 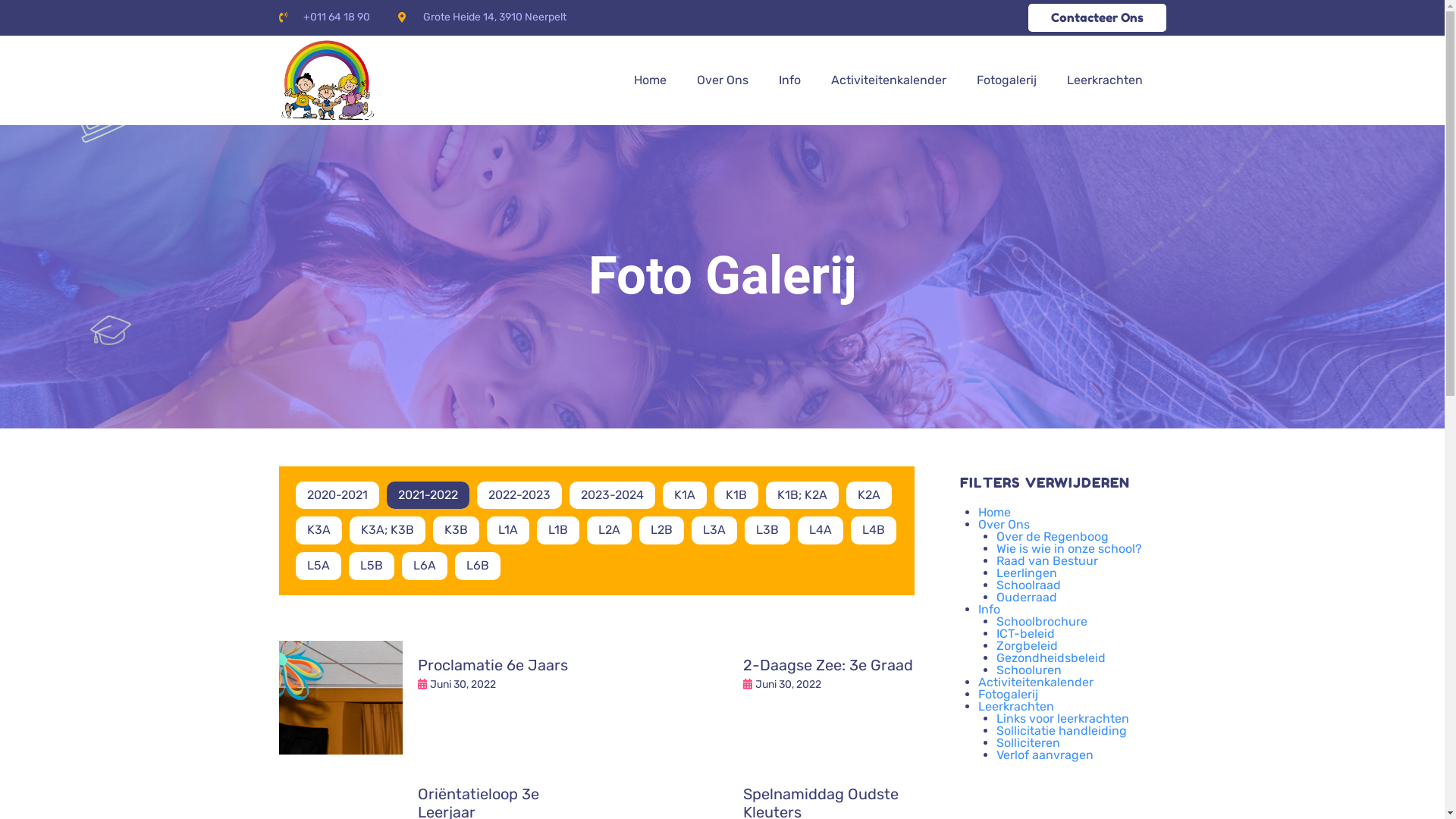 What do you see at coordinates (1043, 755) in the screenshot?
I see `'Verlof aanvragen'` at bounding box center [1043, 755].